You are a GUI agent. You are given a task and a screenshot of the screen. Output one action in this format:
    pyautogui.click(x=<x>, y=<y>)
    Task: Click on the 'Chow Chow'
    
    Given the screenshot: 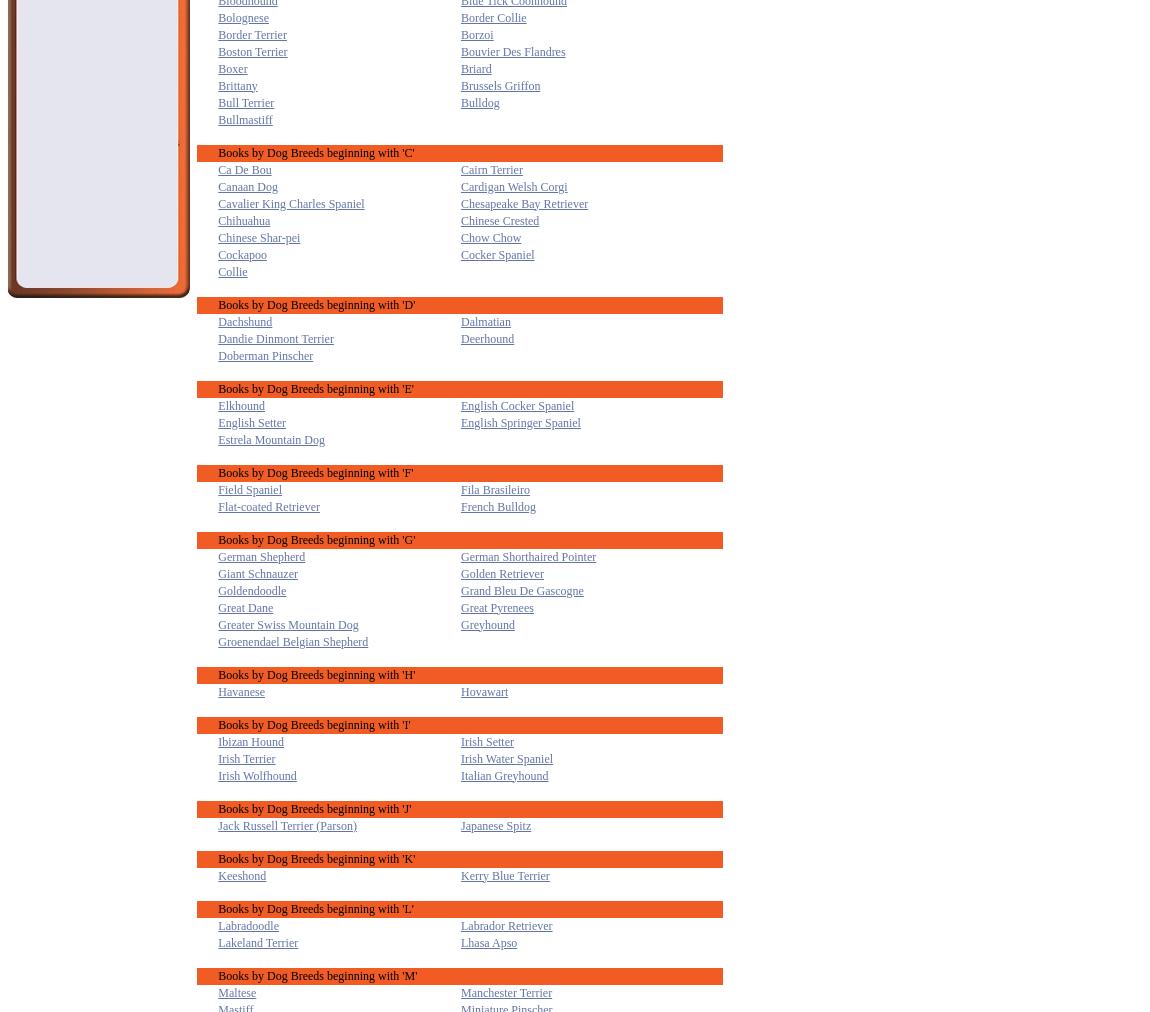 What is the action you would take?
    pyautogui.click(x=490, y=237)
    